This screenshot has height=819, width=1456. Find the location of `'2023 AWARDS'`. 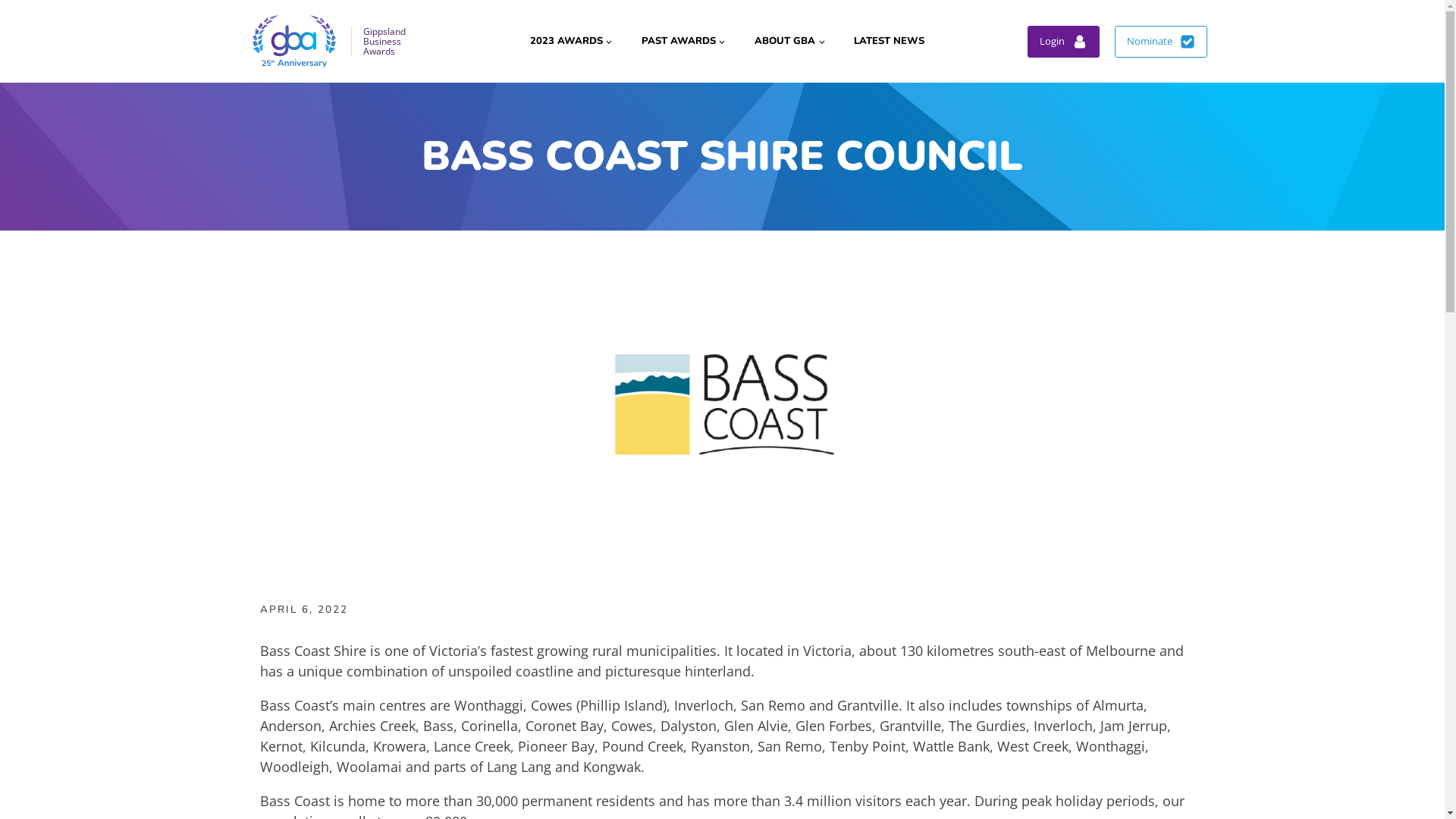

'2023 AWARDS' is located at coordinates (570, 40).